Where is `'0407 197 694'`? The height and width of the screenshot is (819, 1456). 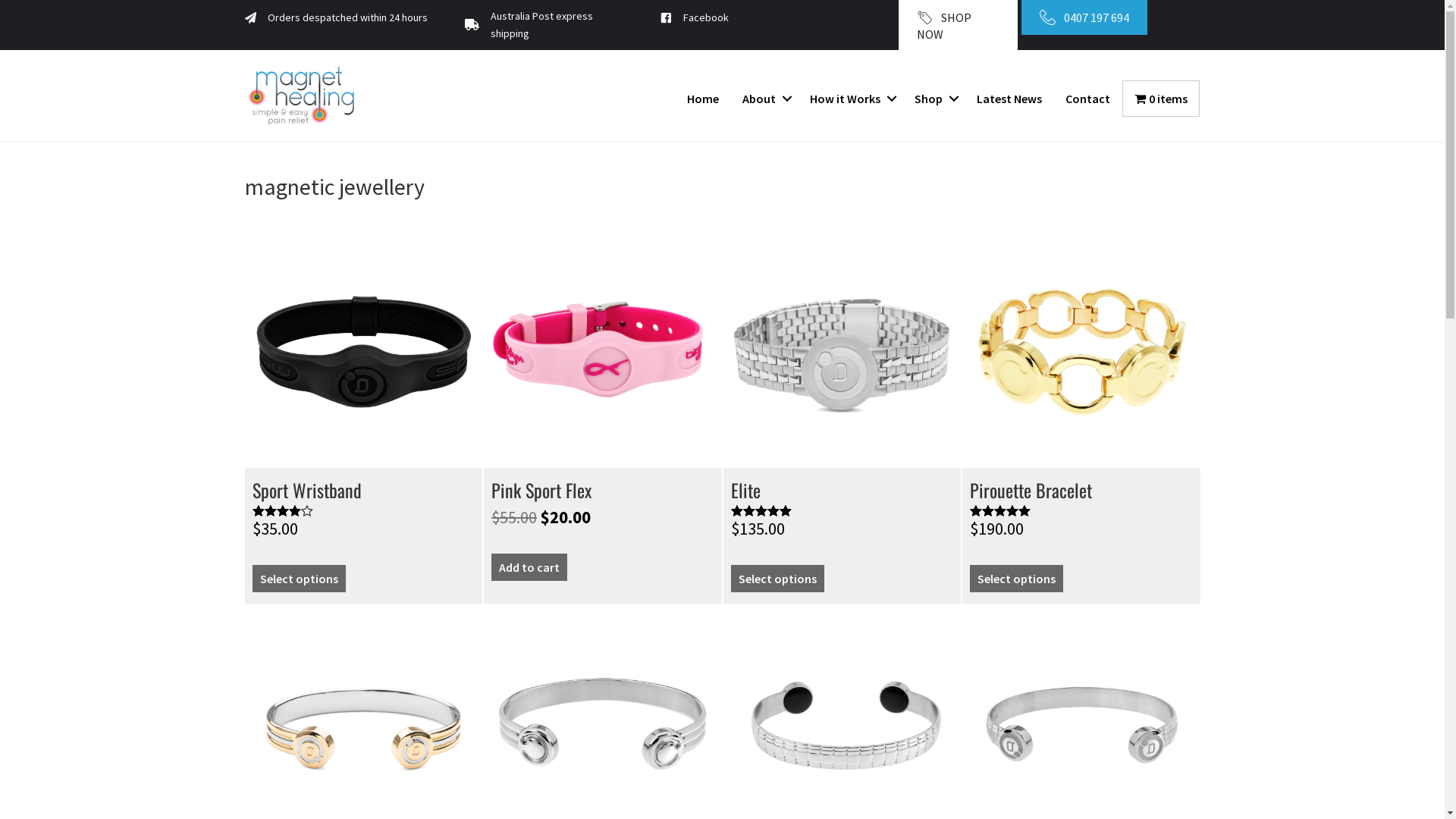
'0407 197 694' is located at coordinates (1021, 17).